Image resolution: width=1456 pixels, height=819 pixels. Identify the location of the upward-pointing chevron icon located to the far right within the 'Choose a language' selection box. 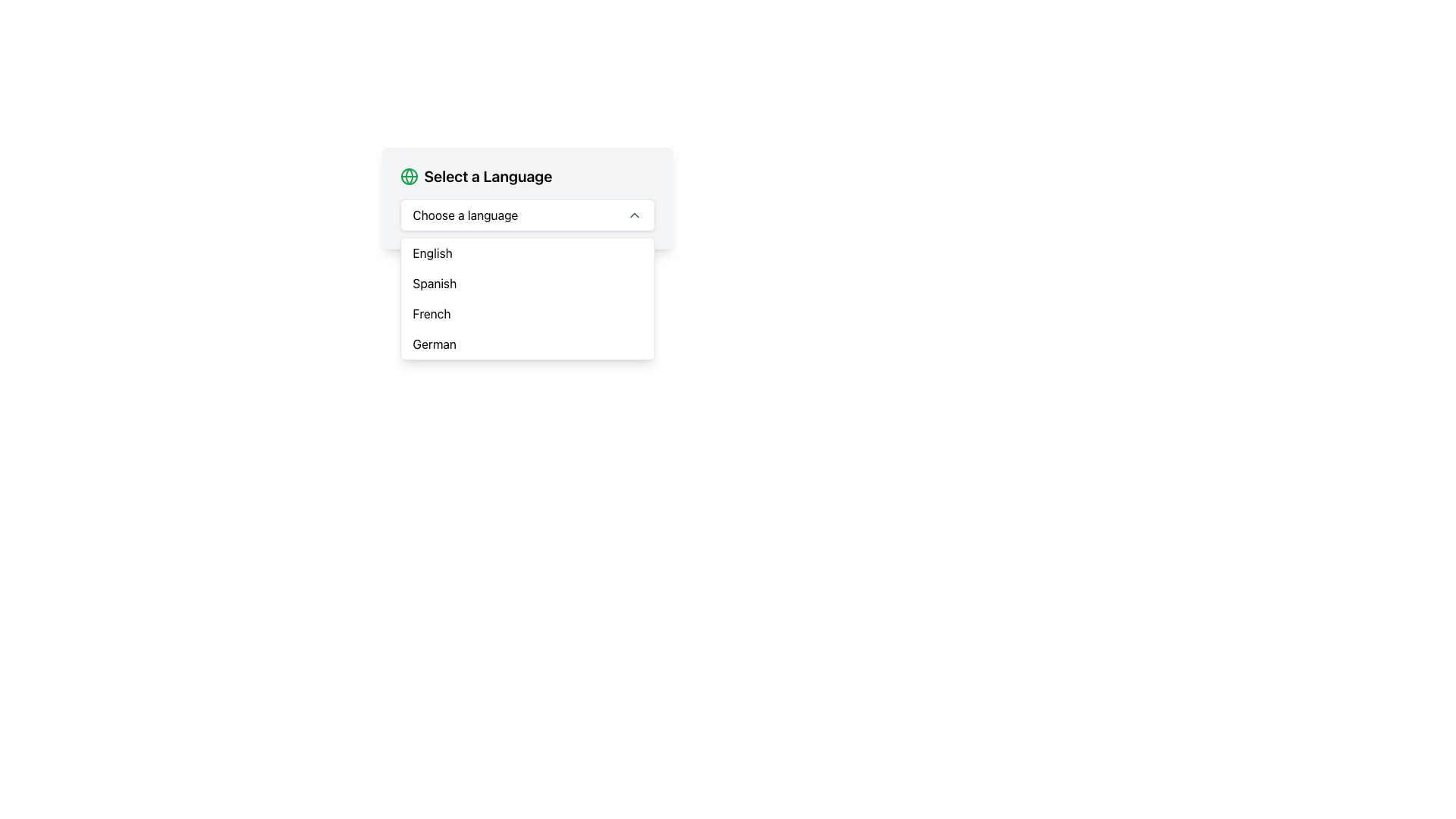
(634, 215).